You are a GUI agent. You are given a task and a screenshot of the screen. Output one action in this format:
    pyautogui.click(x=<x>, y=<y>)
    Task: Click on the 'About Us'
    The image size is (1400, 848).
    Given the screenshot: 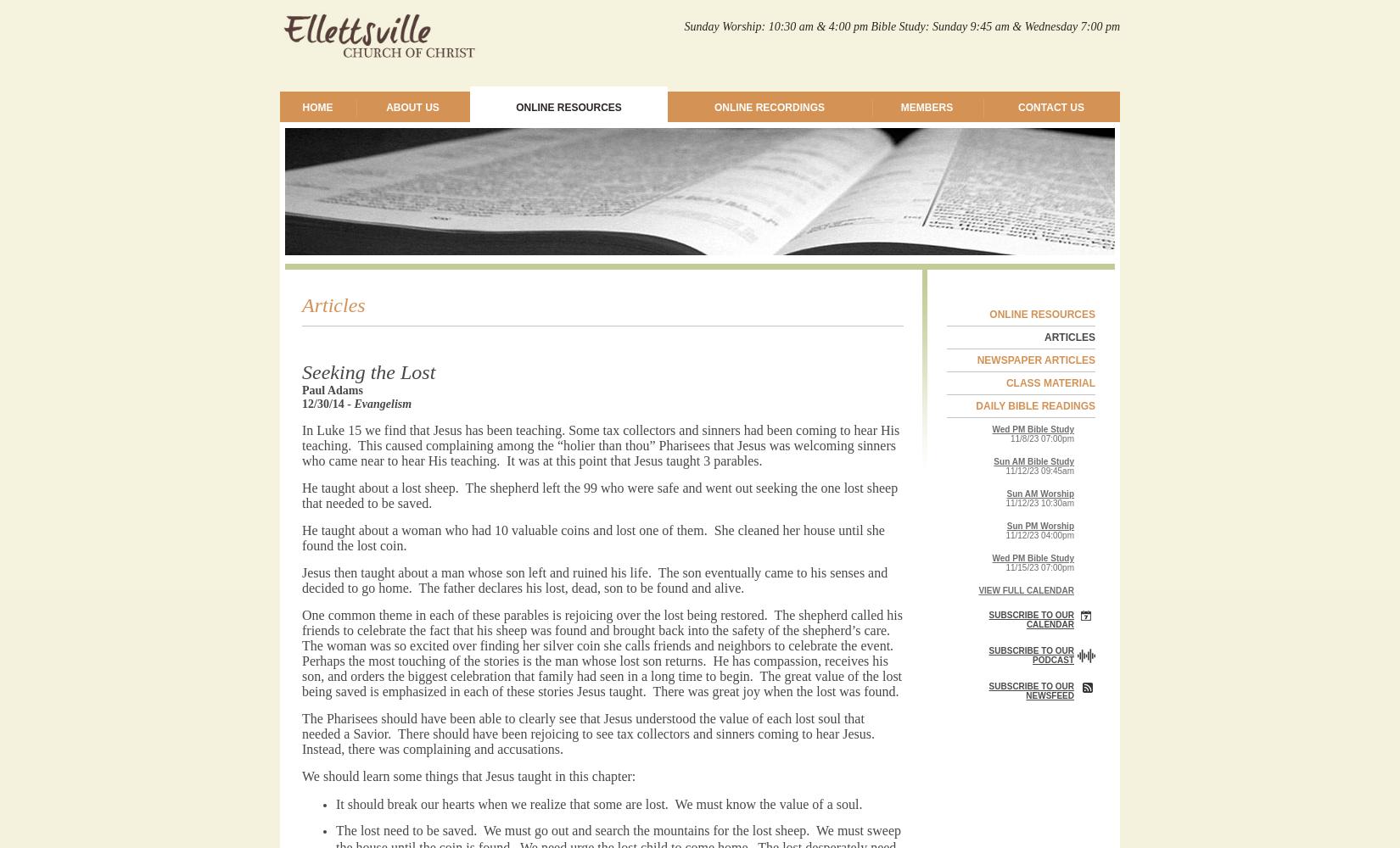 What is the action you would take?
    pyautogui.click(x=411, y=108)
    